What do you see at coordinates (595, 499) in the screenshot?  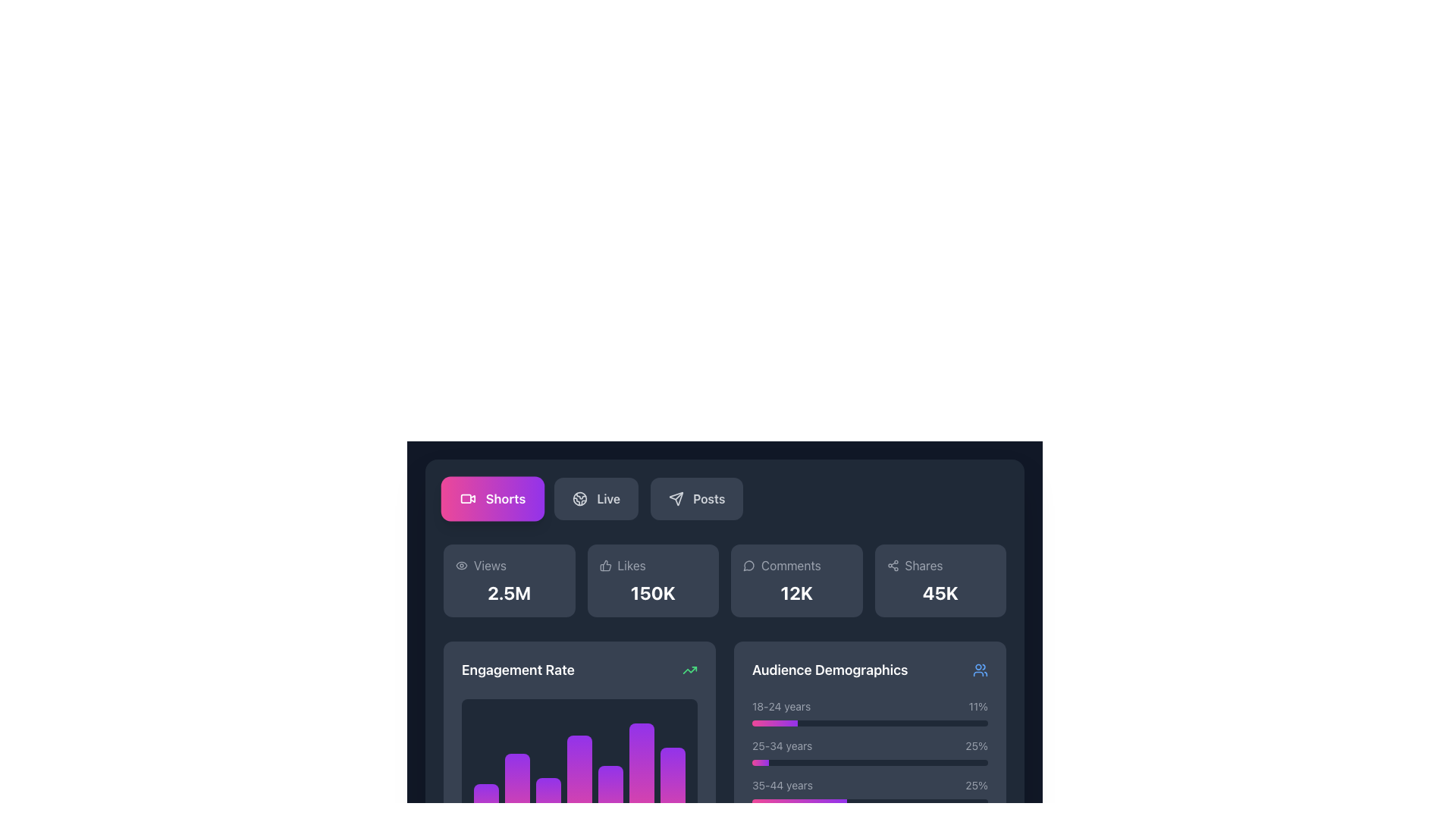 I see `the central button labeled 'Live'` at bounding box center [595, 499].